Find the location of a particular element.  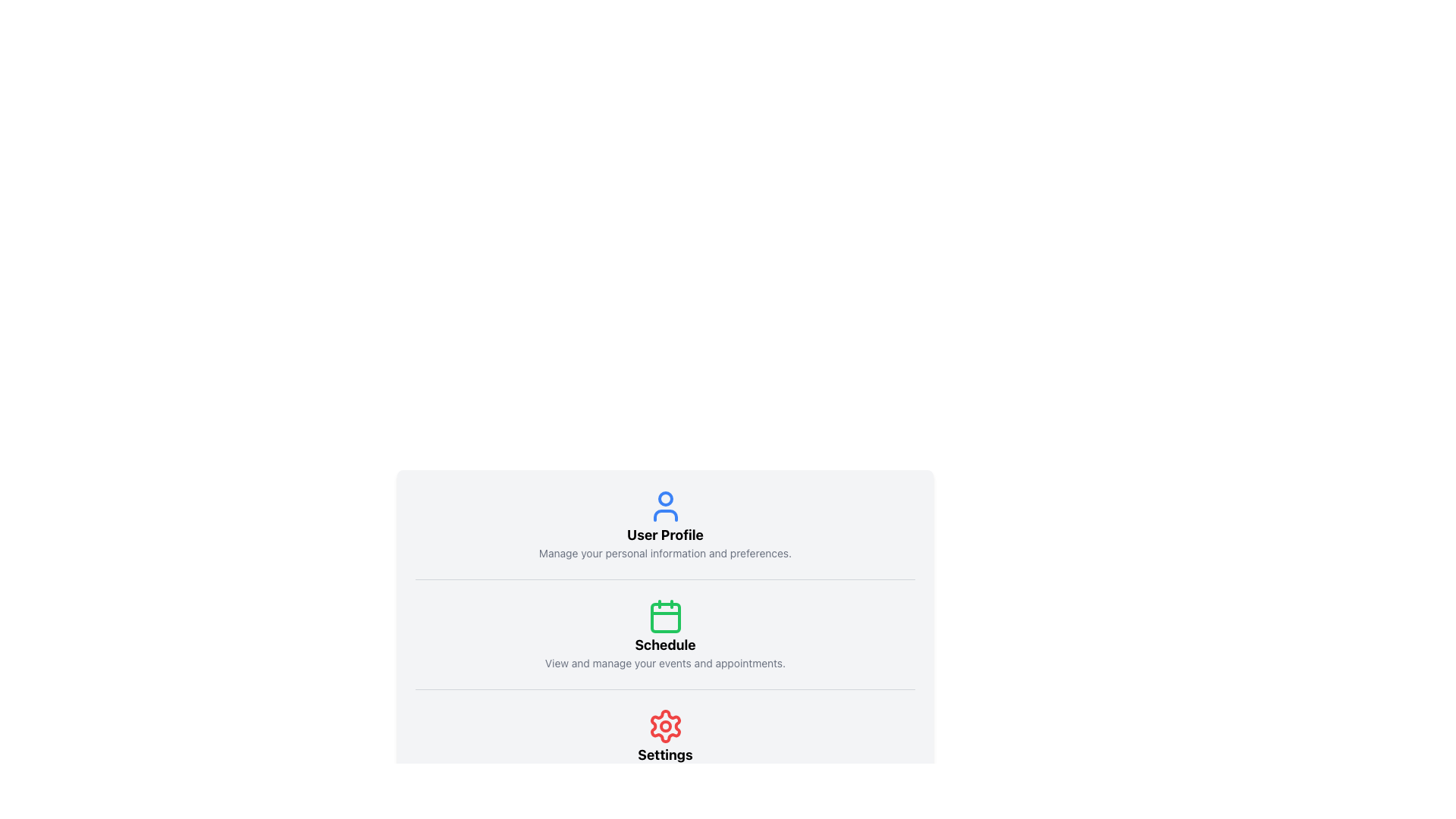

the circular user icon with a blue outline and white fill, positioned above the 'User Profile' text is located at coordinates (665, 499).